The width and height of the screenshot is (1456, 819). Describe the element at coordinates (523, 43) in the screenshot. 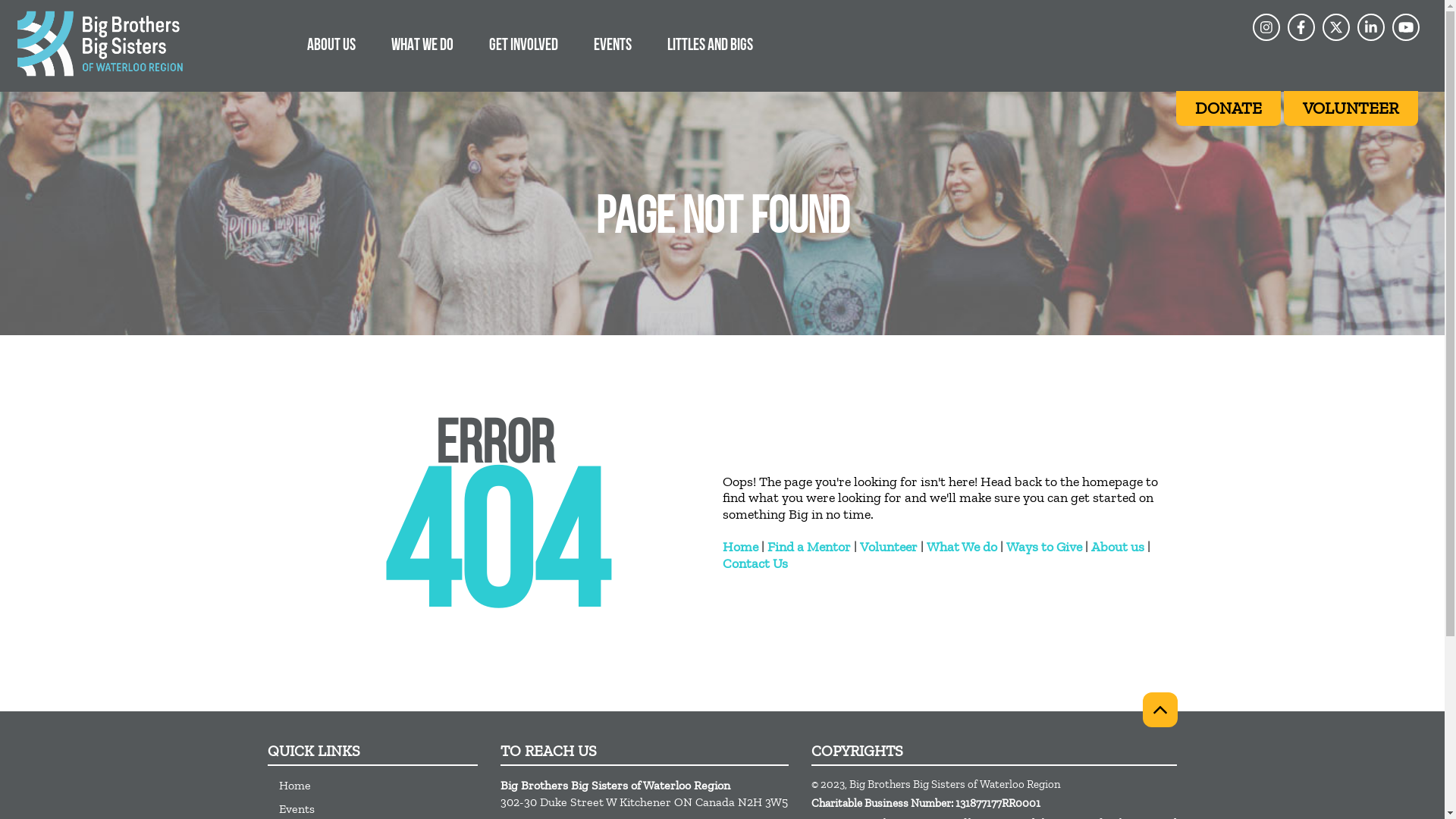

I see `'GET INVOLVED'` at that location.